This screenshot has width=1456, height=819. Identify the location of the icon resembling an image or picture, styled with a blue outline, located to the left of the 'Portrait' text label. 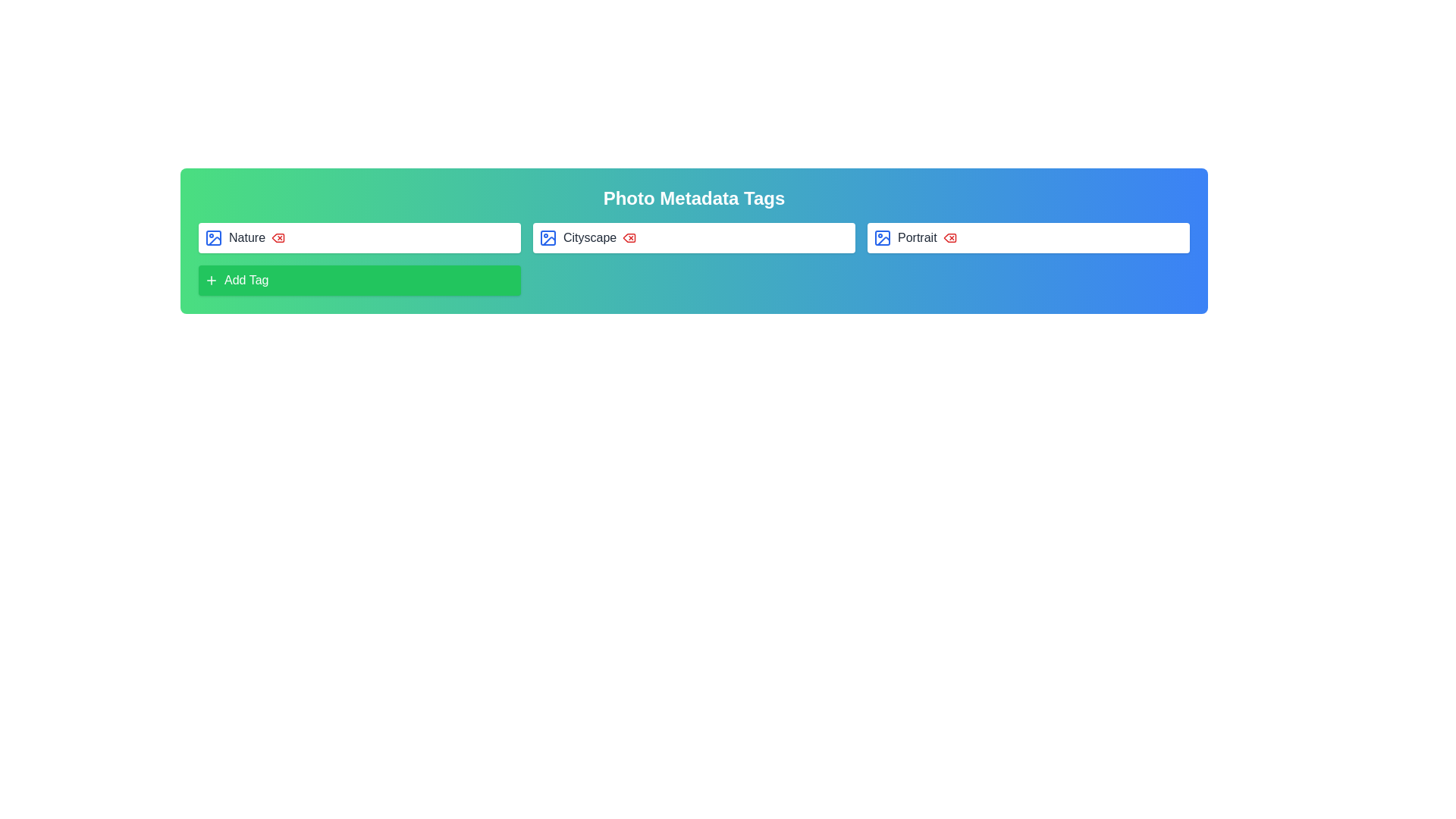
(882, 237).